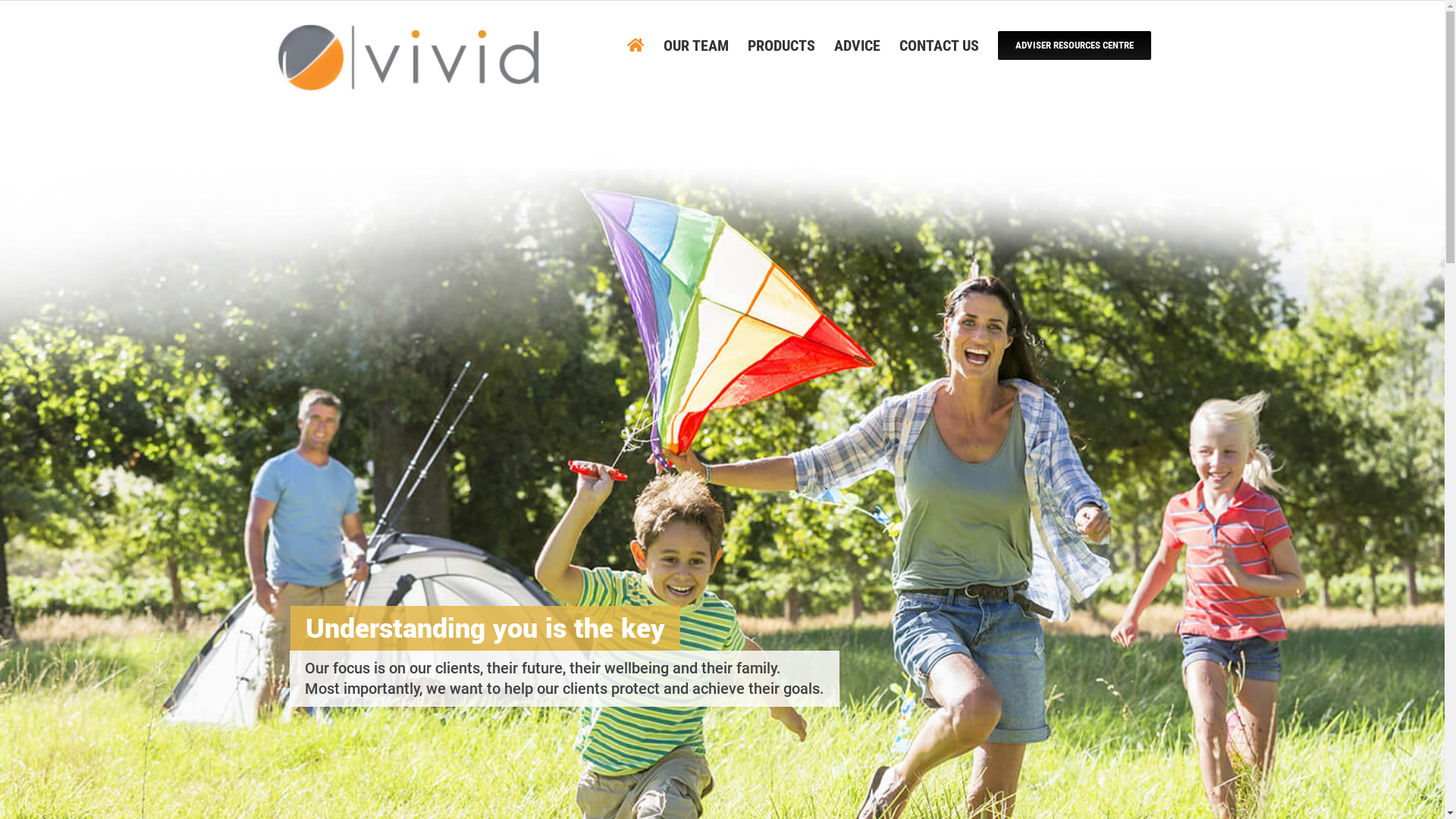 The image size is (1456, 819). I want to click on 'ADVISER RESOURCES CENTRE', so click(1073, 45).